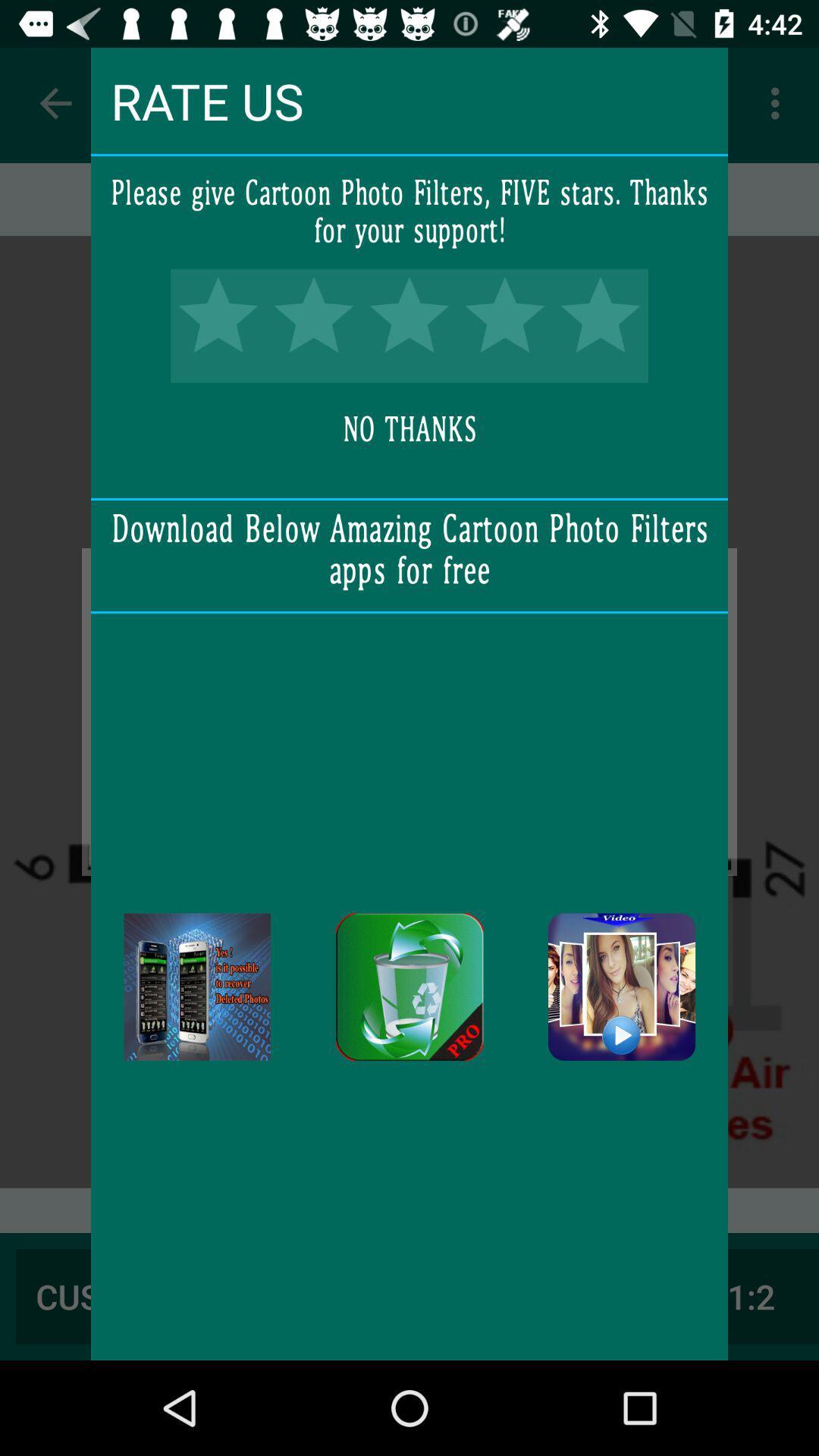 The height and width of the screenshot is (1456, 819). Describe the element at coordinates (196, 987) in the screenshot. I see `advert` at that location.